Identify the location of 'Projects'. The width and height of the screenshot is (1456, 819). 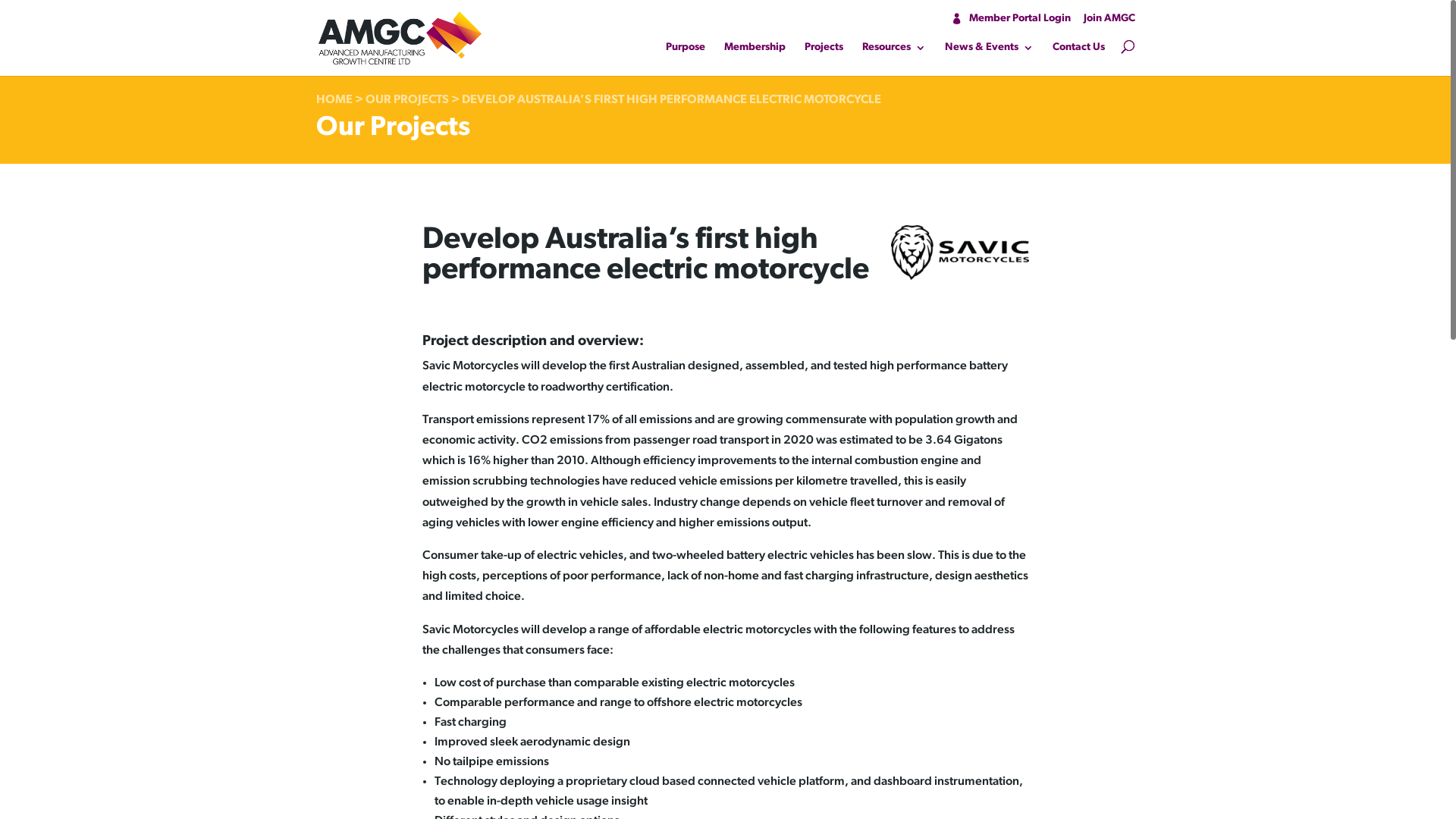
(822, 50).